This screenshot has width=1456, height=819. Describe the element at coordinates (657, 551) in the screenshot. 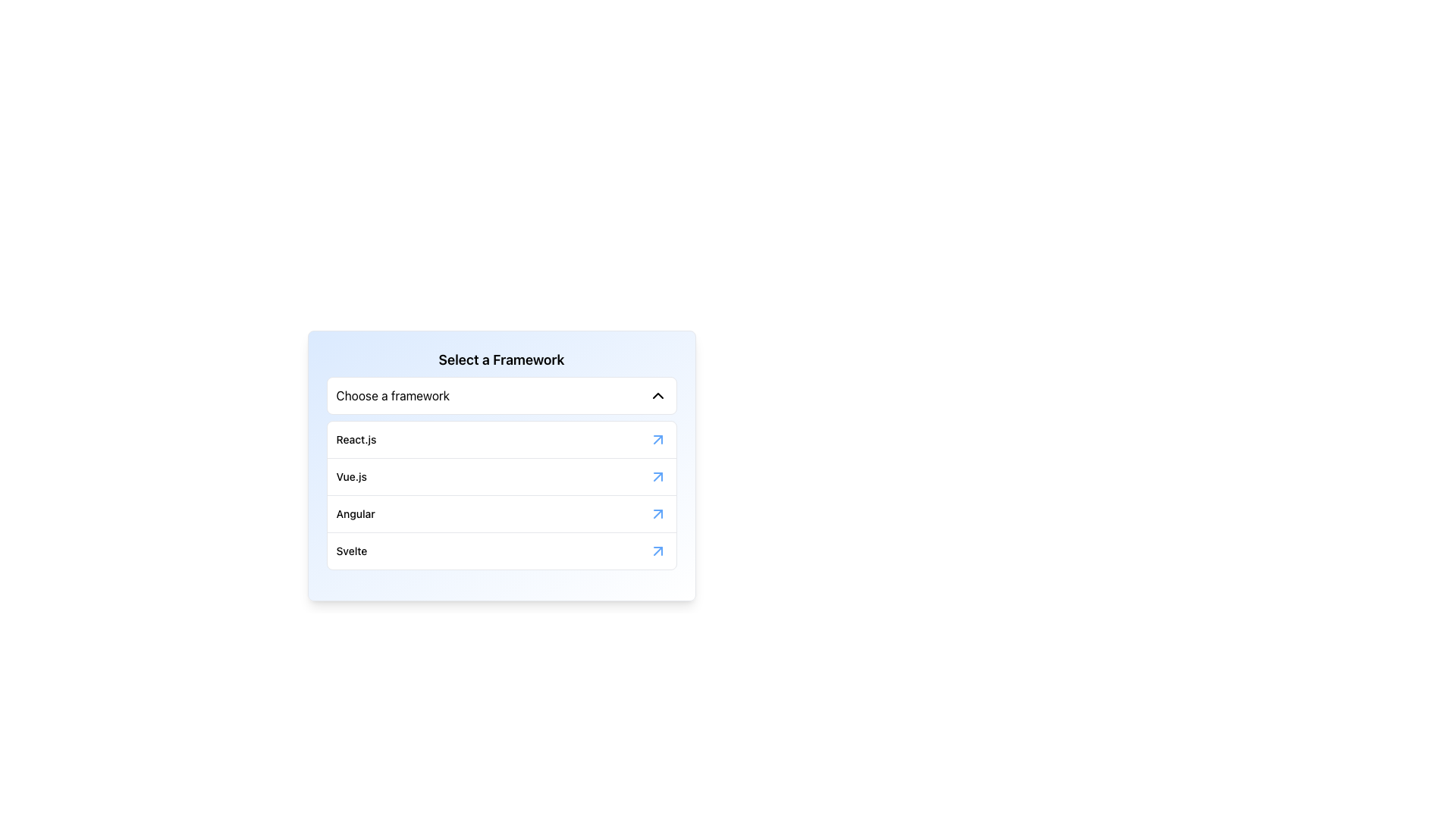

I see `the blue arrow icon pointing upwards and to the right, located in the 'Svelte' row under 'Select a Framework'` at that location.